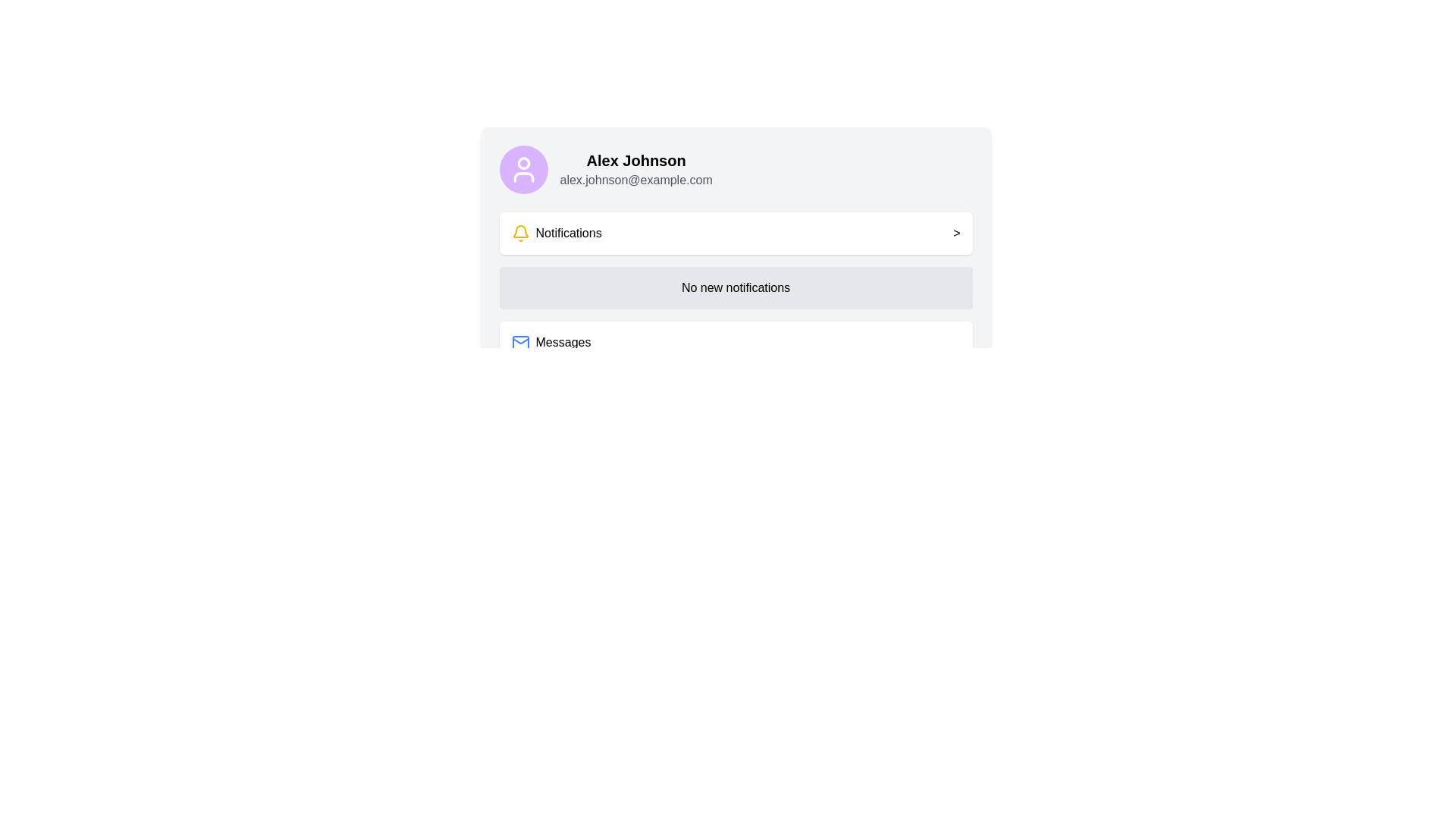  I want to click on the second Clickable Card in the vertical stack that accesses the messages section of the application, so click(736, 342).